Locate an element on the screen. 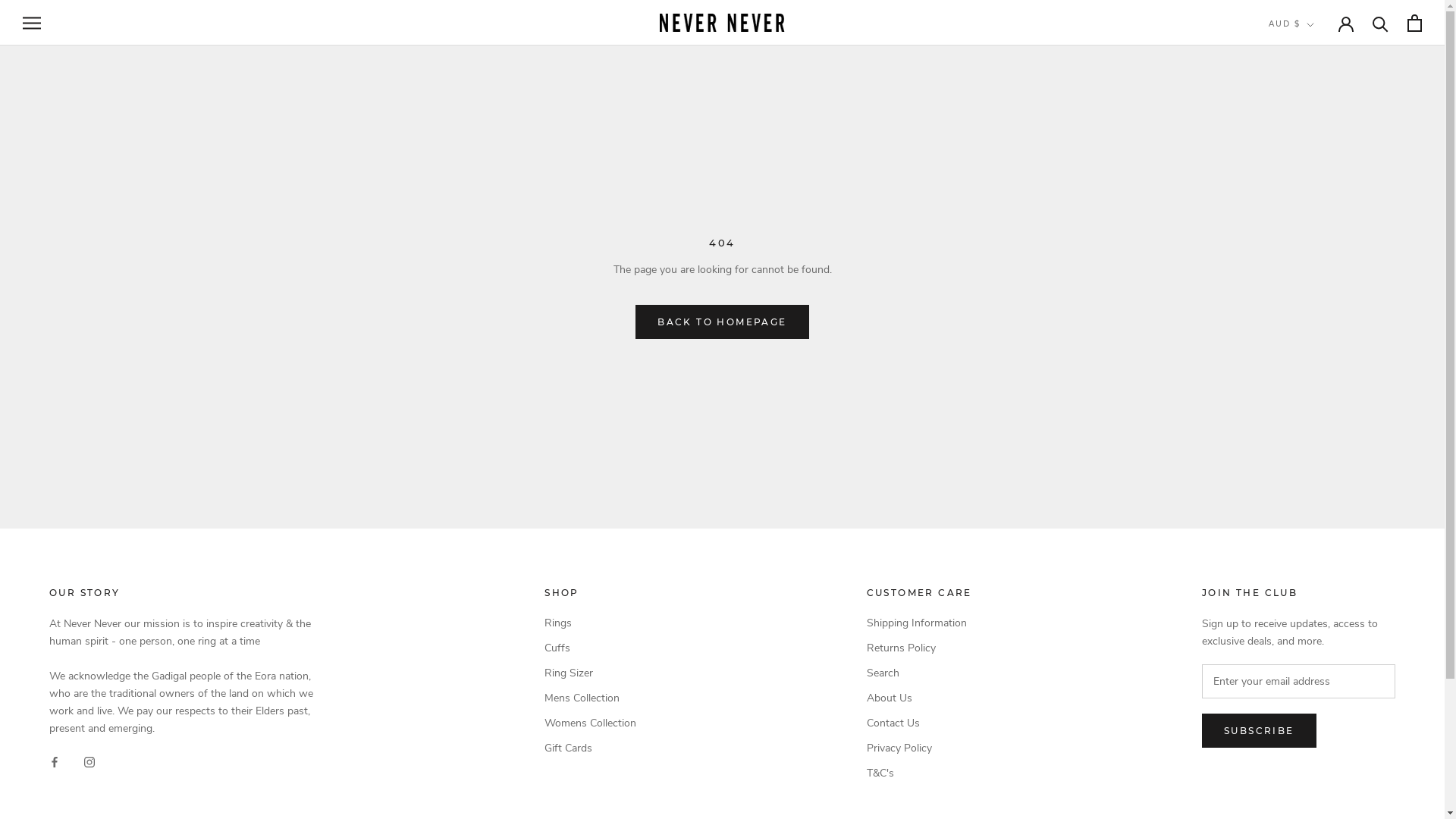 This screenshot has height=819, width=1456. 'BBD' is located at coordinates (1316, 237).